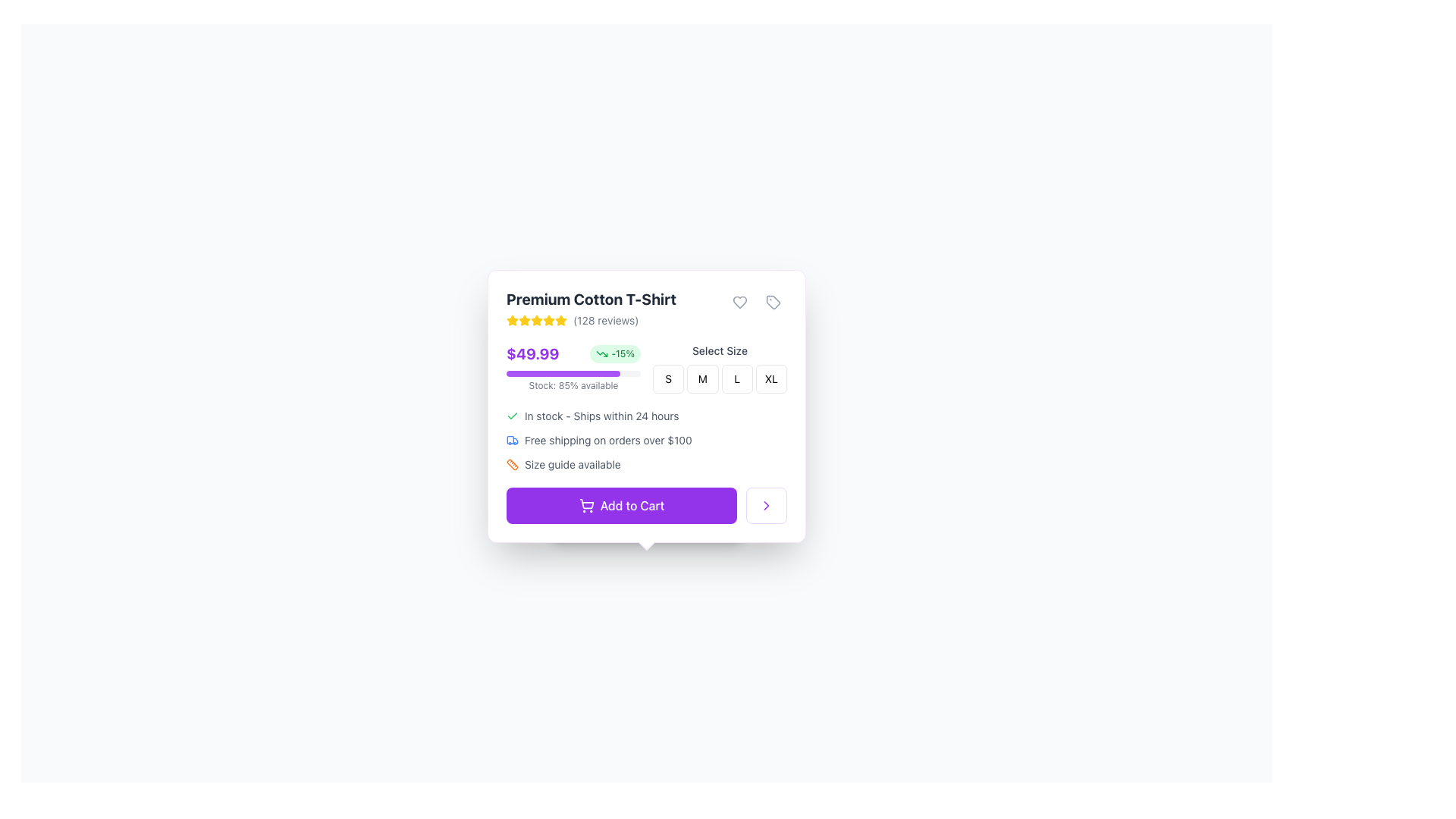 The image size is (1456, 819). I want to click on the shopping cart icon located within the 'Add to Cart' button at the bottom of the card, which serves as a visual indicator for adding items to the shopping cart, so click(585, 506).